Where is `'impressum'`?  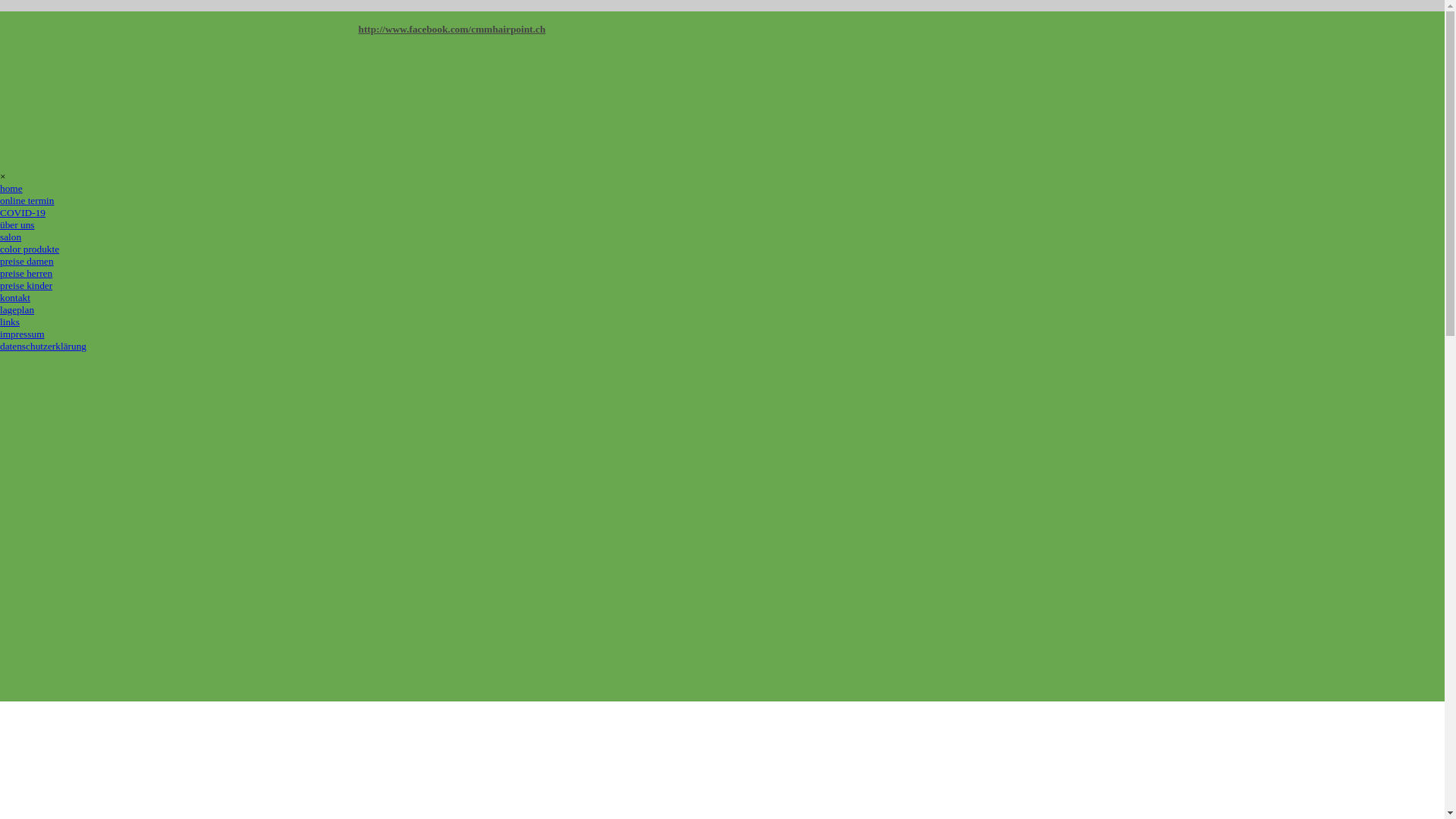 'impressum' is located at coordinates (22, 333).